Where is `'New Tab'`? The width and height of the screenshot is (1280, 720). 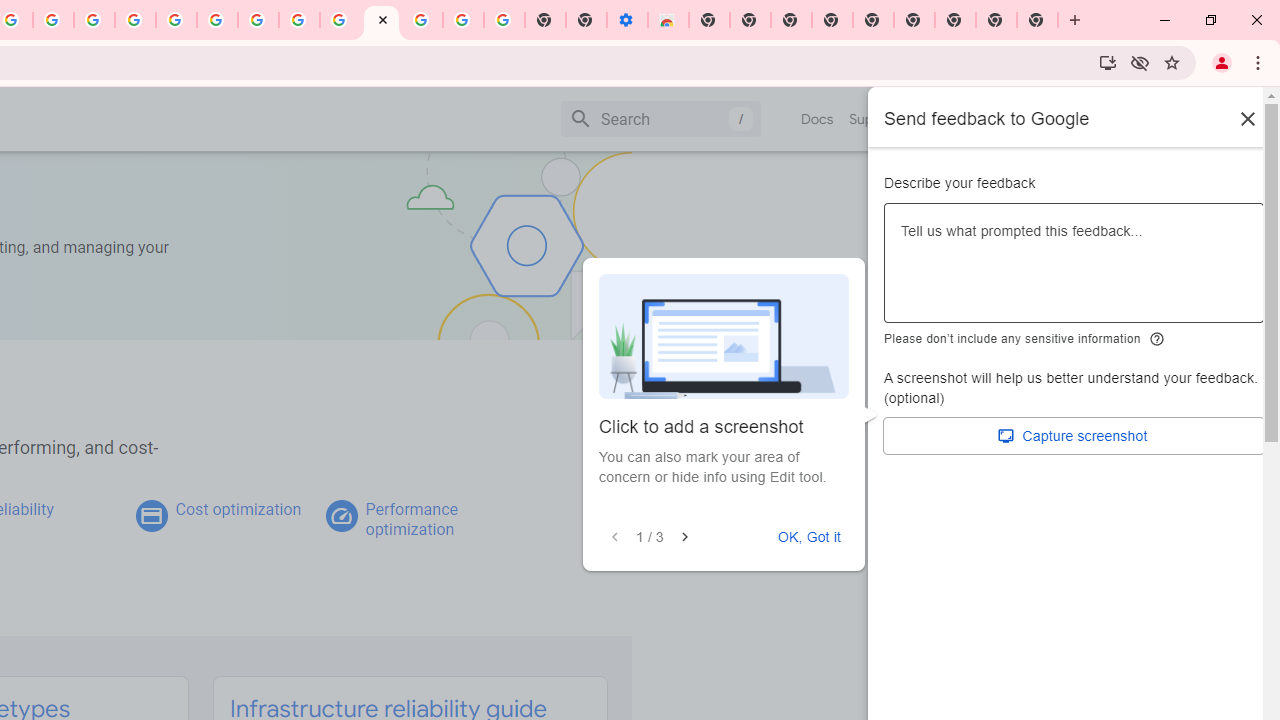
'New Tab' is located at coordinates (1038, 20).